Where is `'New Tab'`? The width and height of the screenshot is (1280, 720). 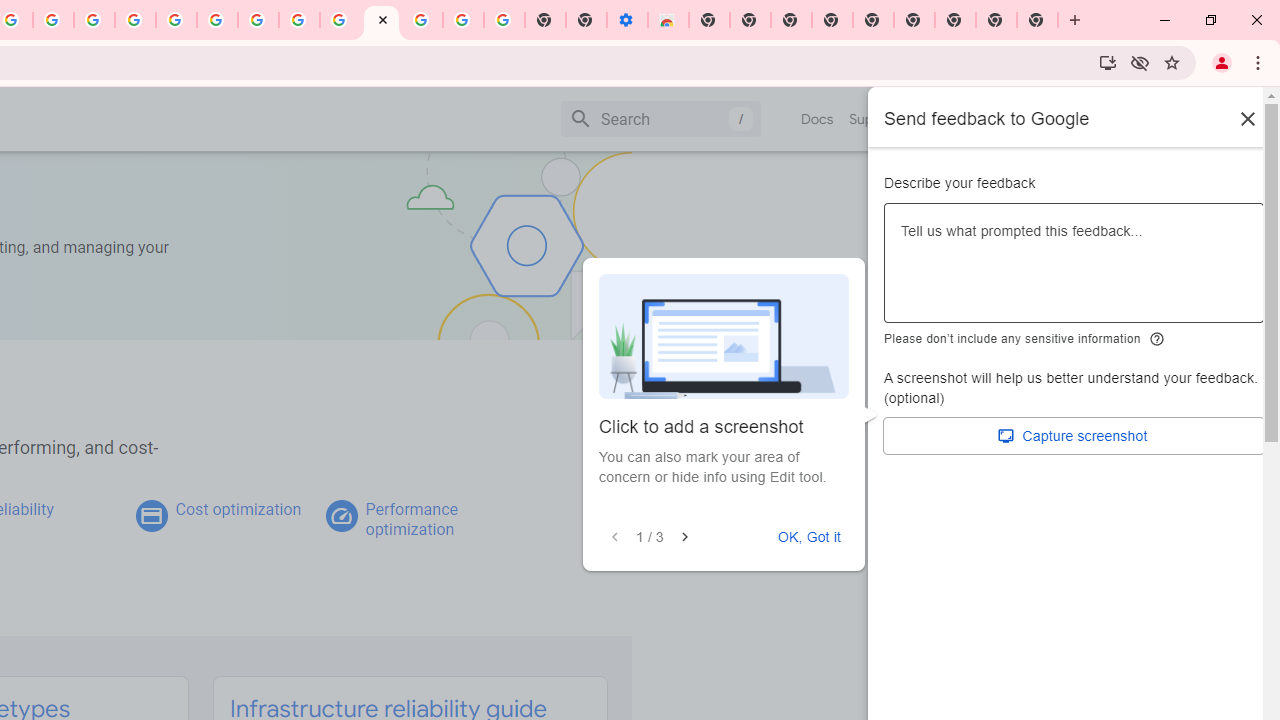
'New Tab' is located at coordinates (1038, 20).